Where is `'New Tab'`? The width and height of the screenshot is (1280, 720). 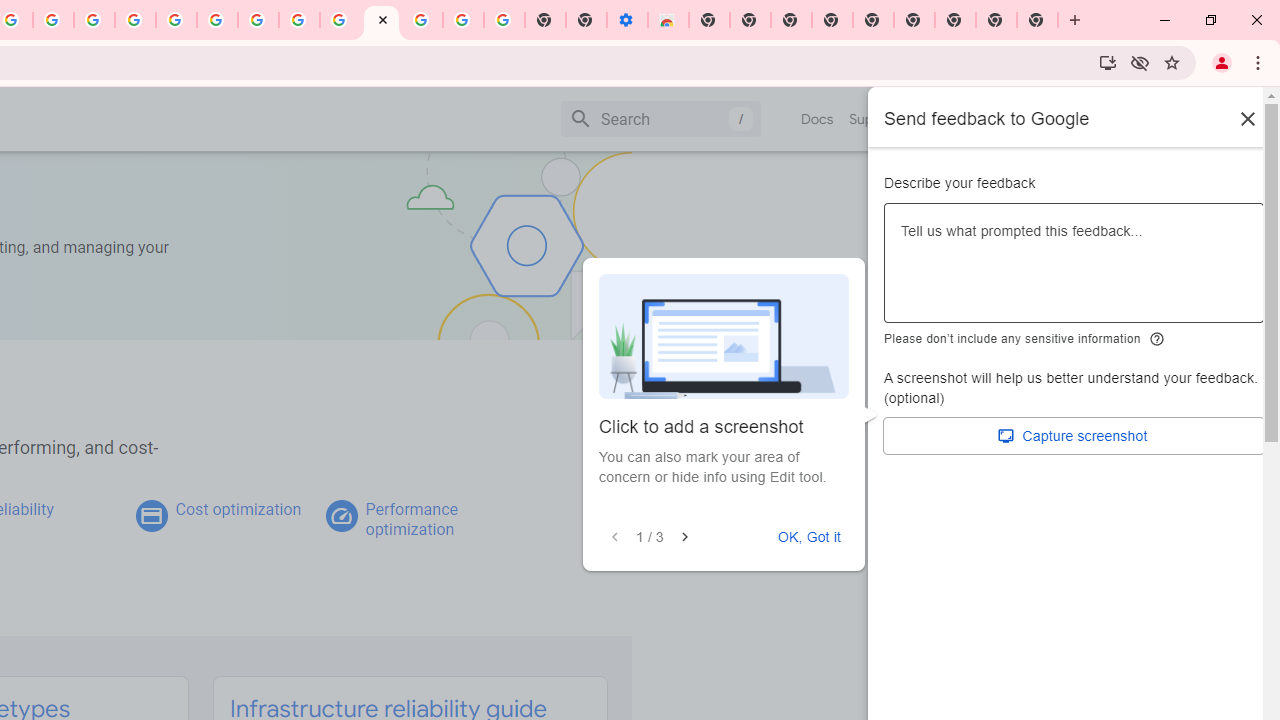
'New Tab' is located at coordinates (1038, 20).